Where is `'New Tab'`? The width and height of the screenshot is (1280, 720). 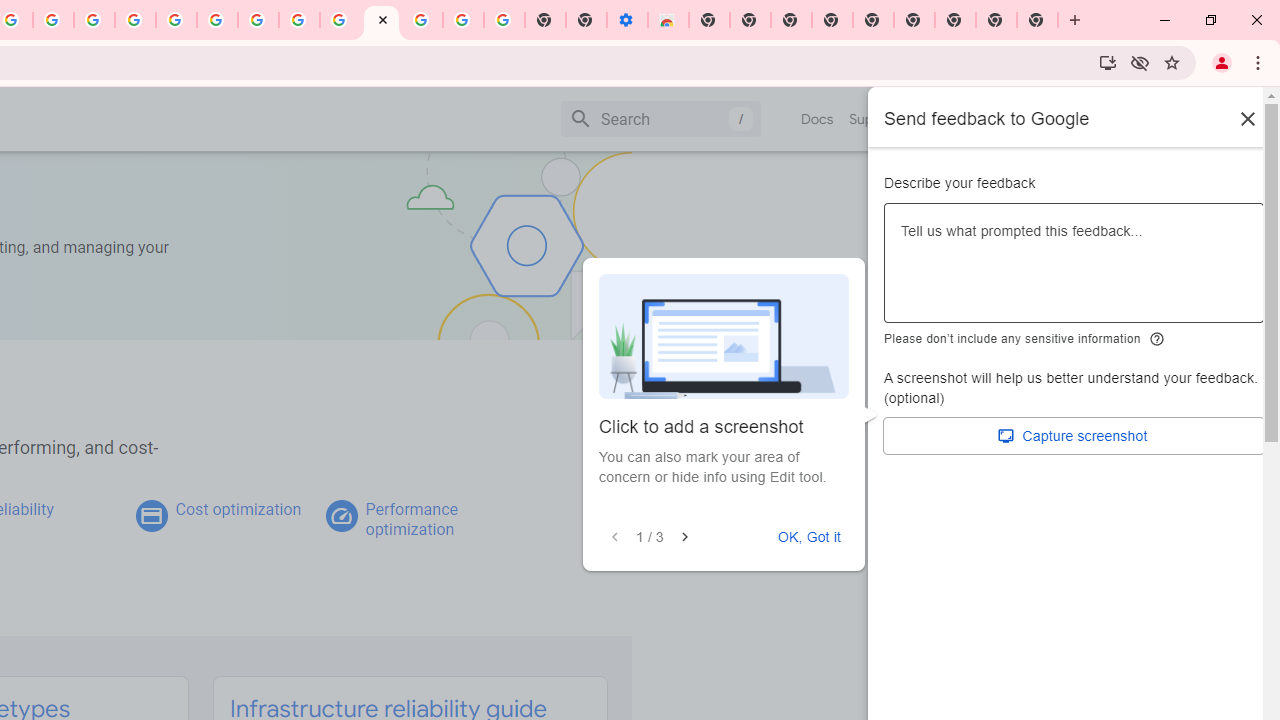
'New Tab' is located at coordinates (1038, 20).